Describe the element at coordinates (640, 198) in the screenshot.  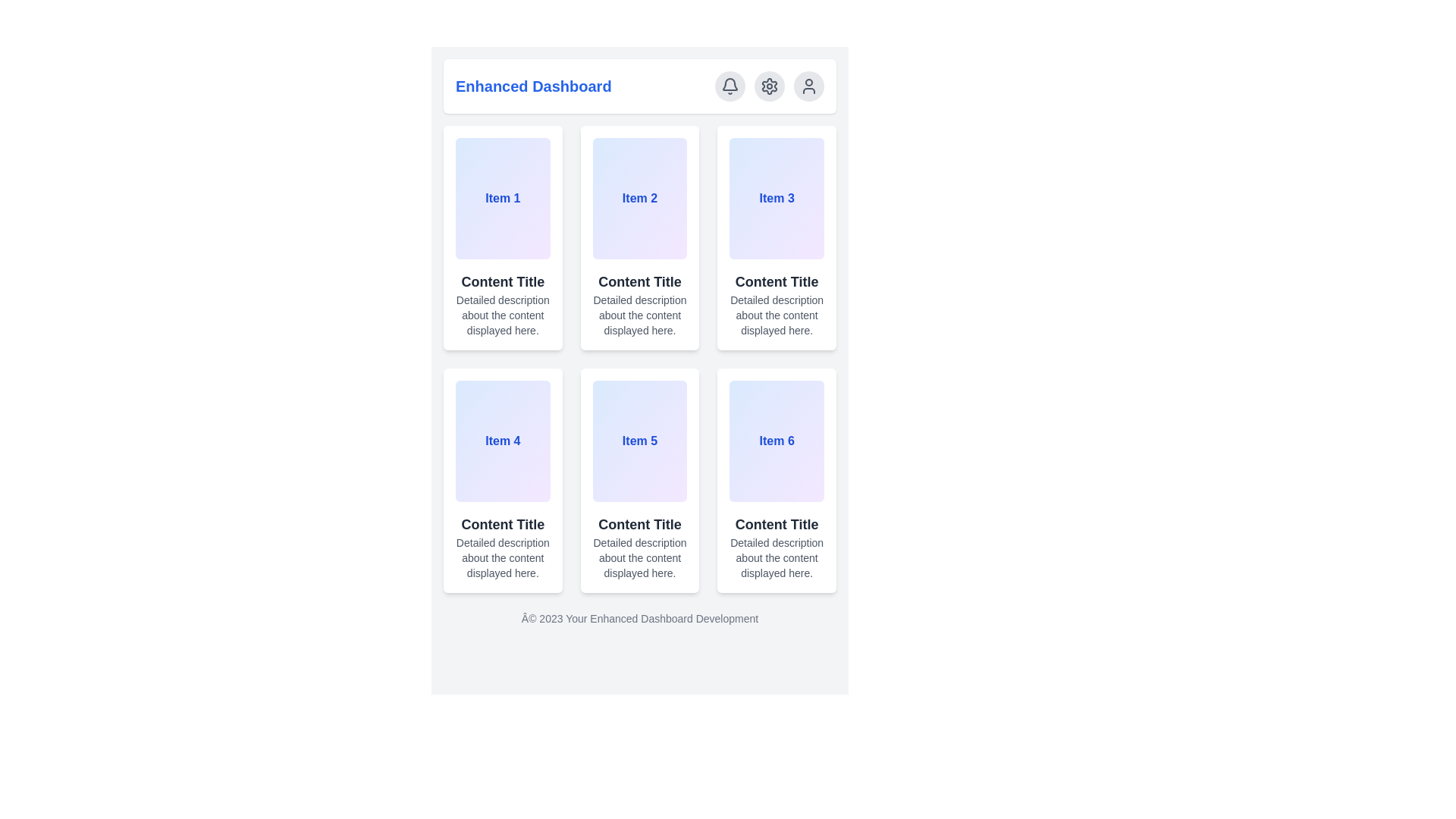
I see `the Text label located in the second card of the grid layout` at that location.